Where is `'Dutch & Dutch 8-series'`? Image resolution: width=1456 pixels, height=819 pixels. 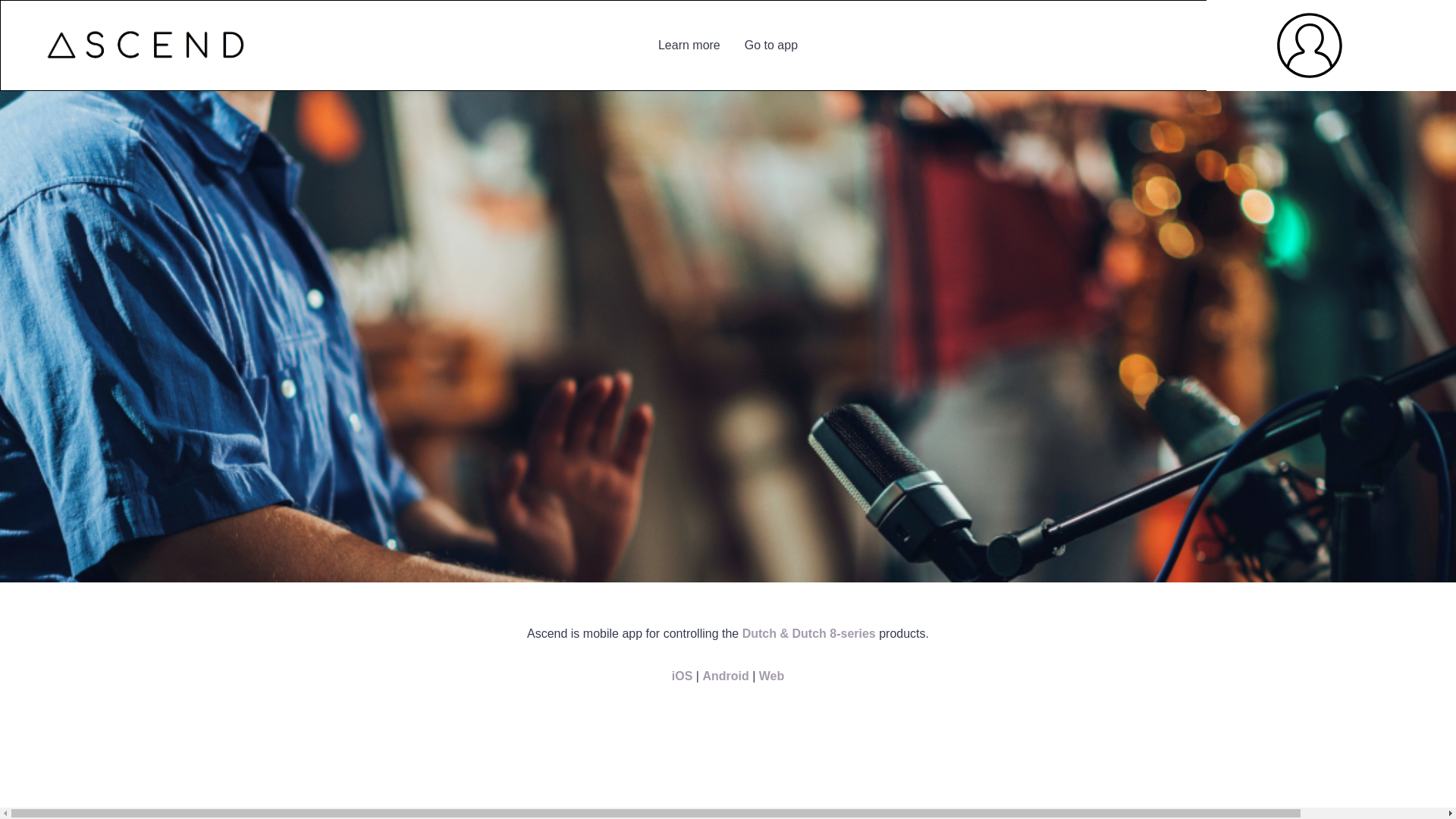
'Dutch & Dutch 8-series' is located at coordinates (808, 633).